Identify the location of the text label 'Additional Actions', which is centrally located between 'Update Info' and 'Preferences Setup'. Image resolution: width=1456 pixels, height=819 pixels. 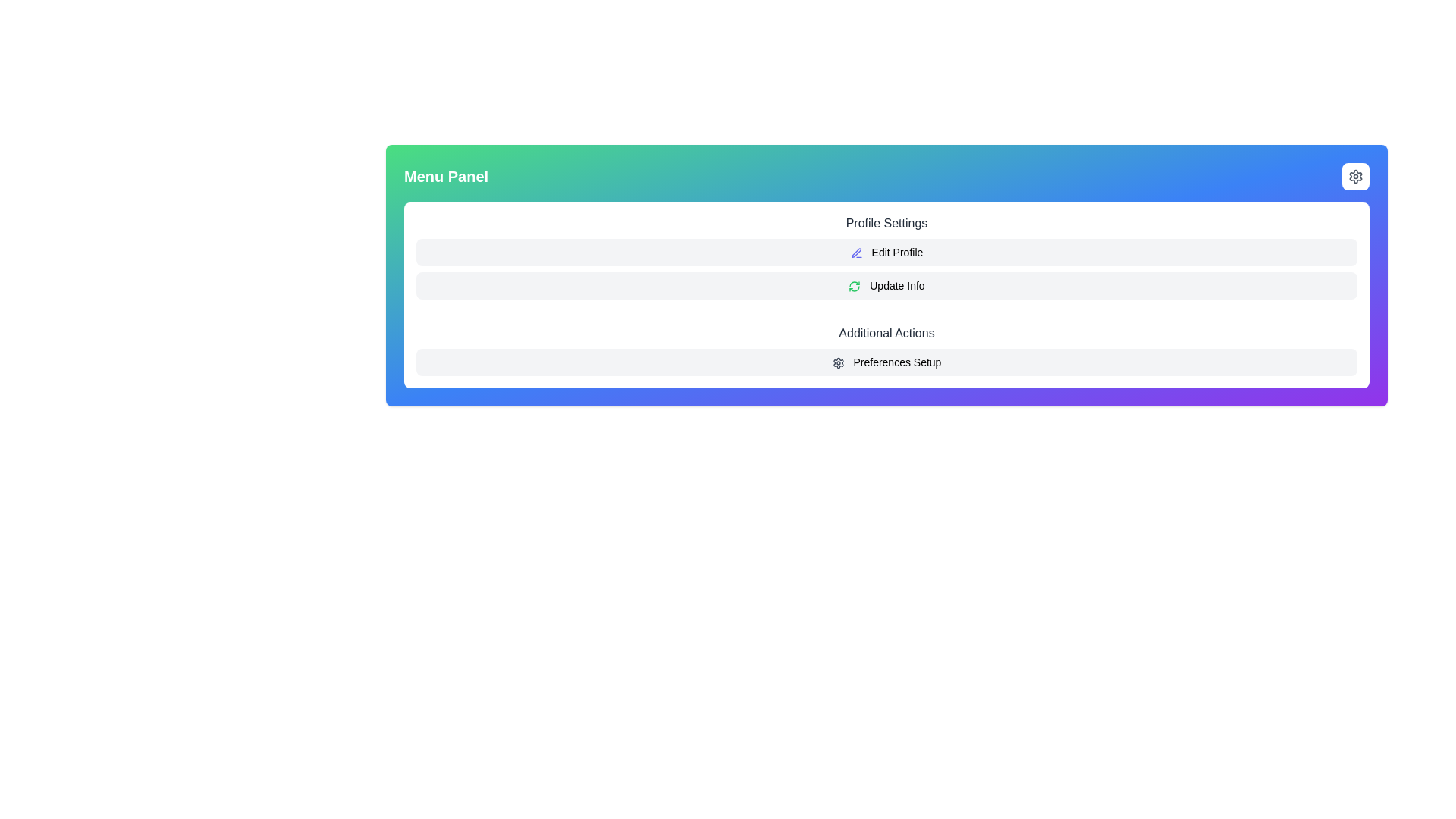
(886, 332).